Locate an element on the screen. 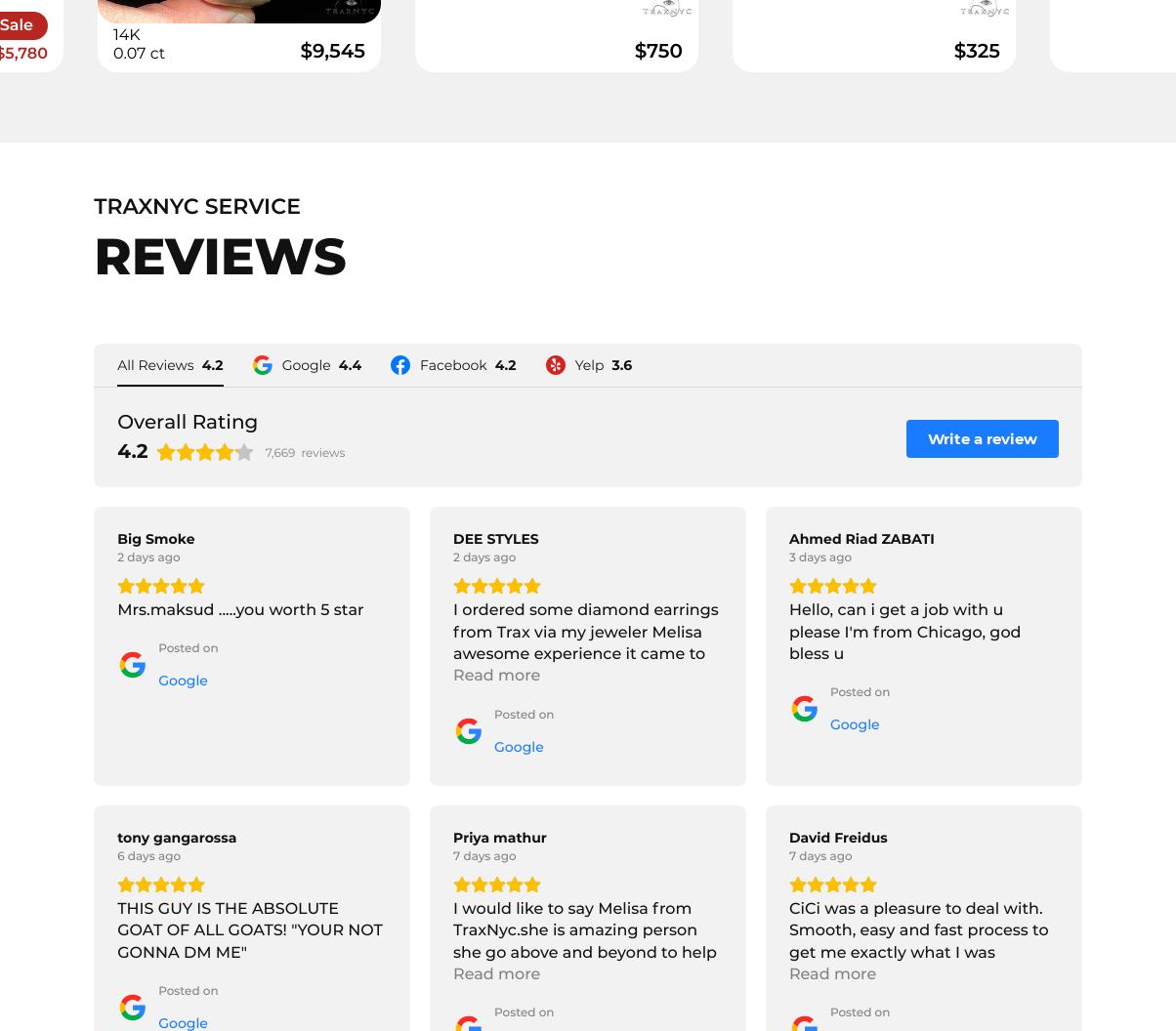  'Big Smoke' is located at coordinates (155, 538).